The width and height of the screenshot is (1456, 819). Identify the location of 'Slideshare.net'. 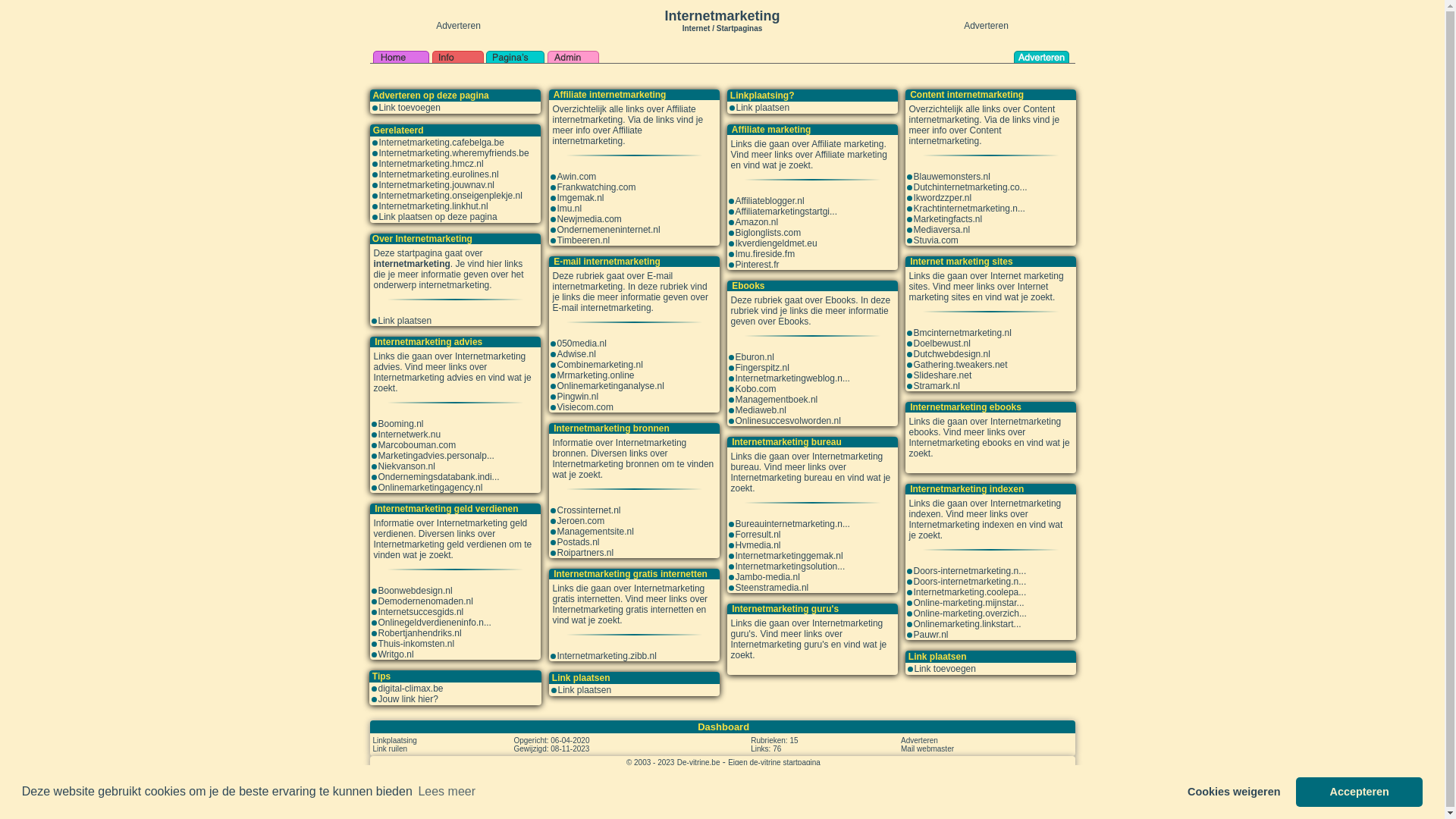
(941, 375).